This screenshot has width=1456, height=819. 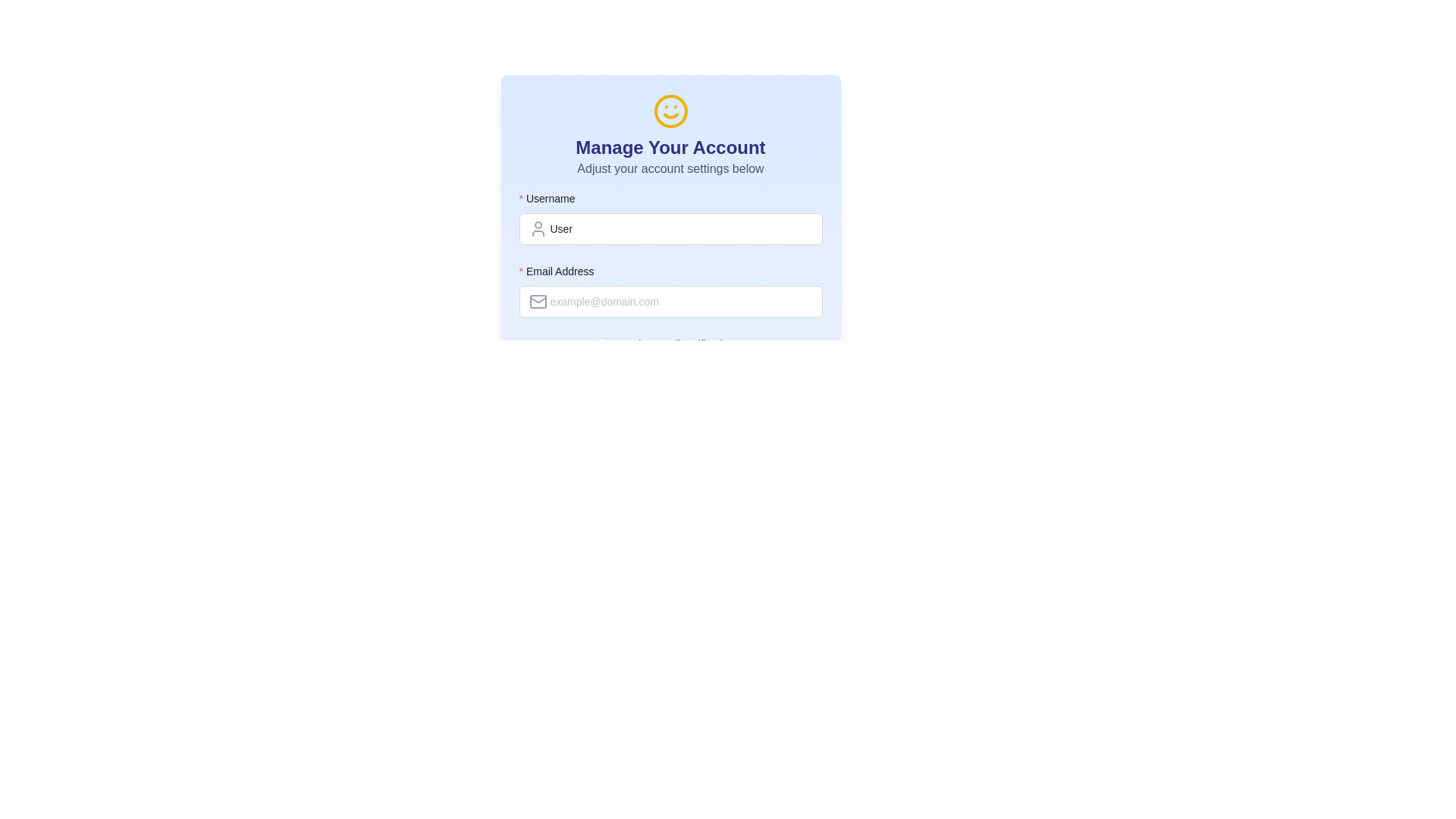 I want to click on the gray envelope icon located on the left side of the Email Address input field within the 'Manage Your Account' form interface, so click(x=538, y=301).